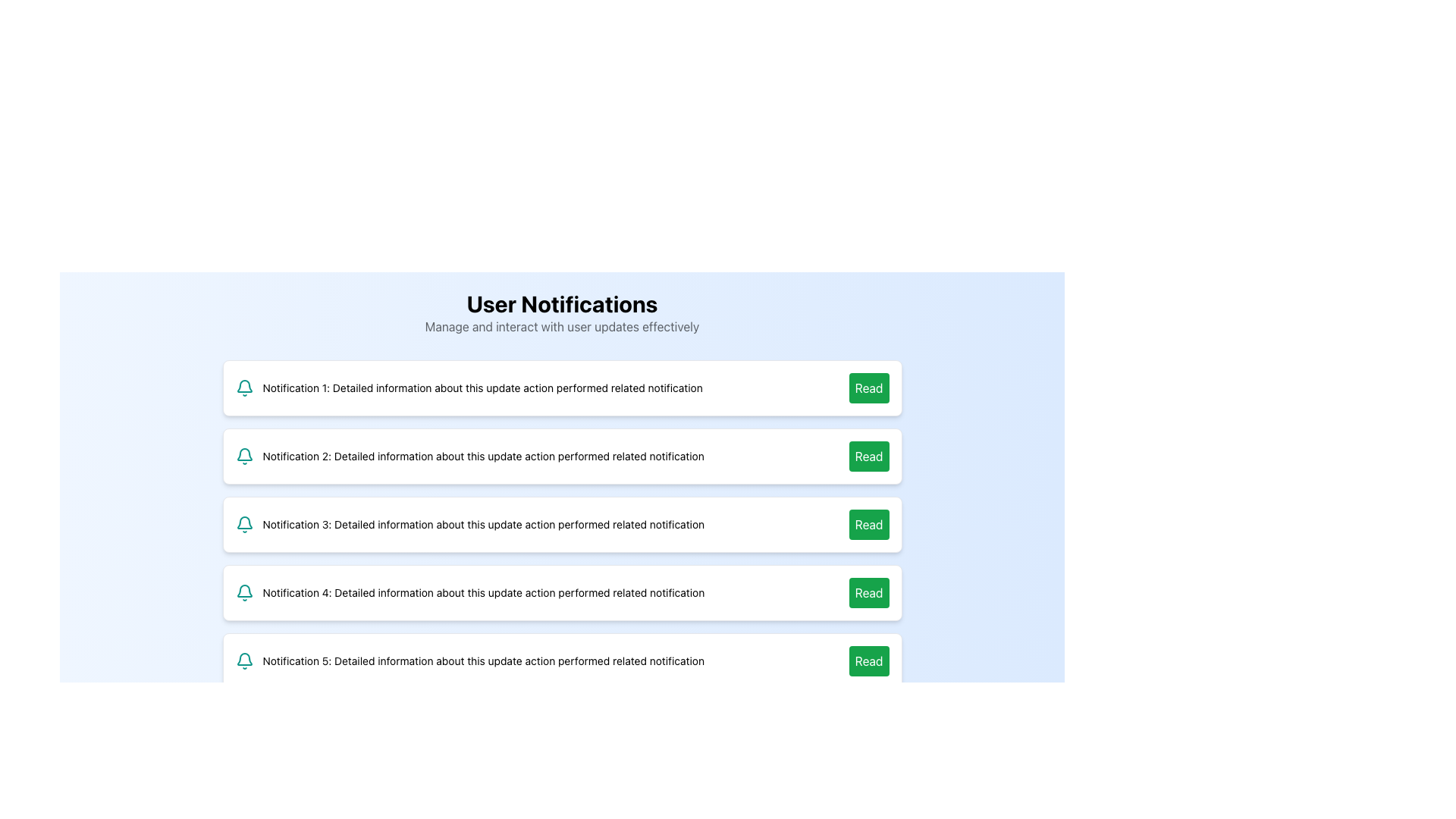  Describe the element at coordinates (561, 455) in the screenshot. I see `the second notification list item, which displays a specific notification and includes a 'Read' button for further actions` at that location.